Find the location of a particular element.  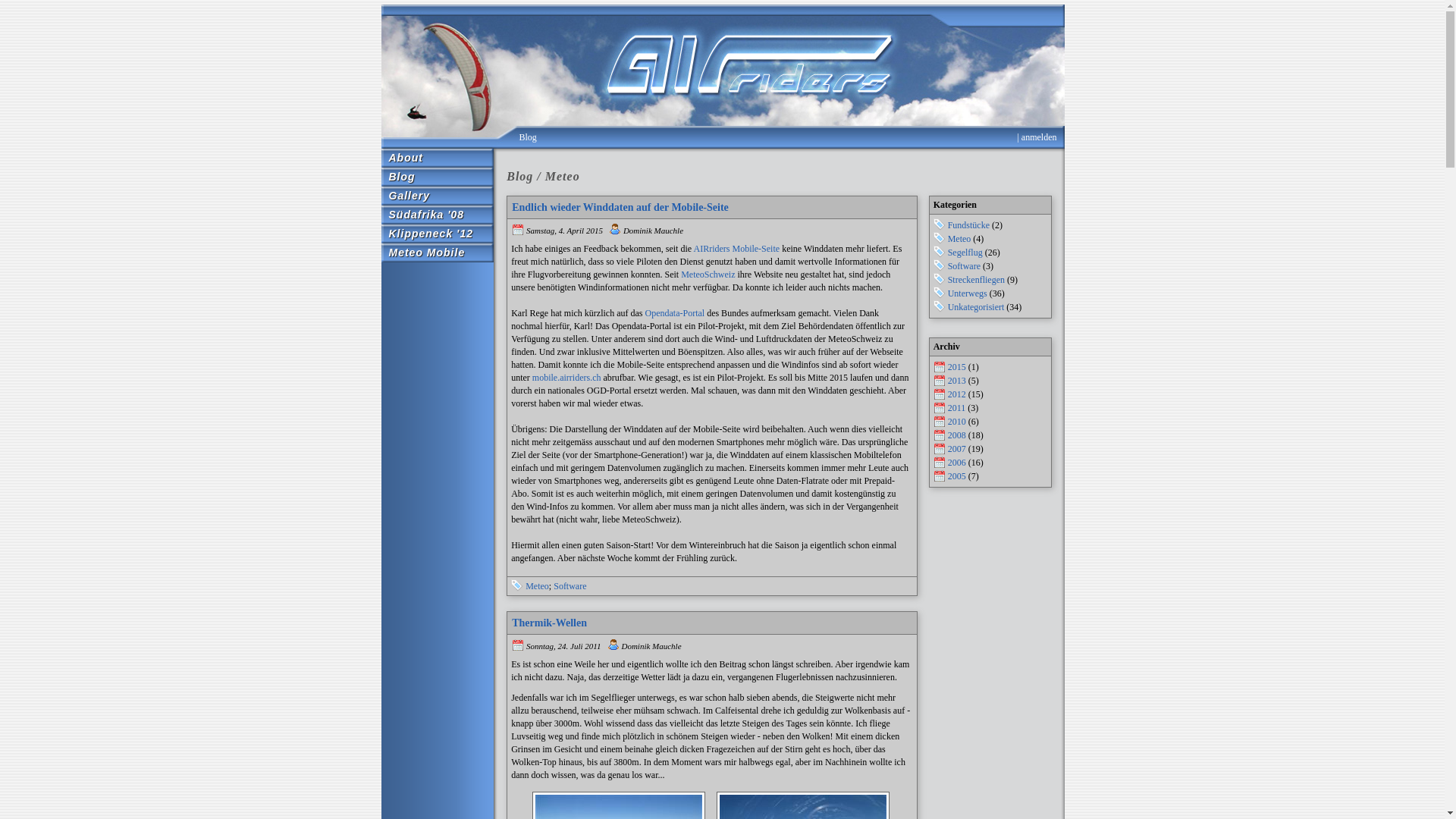

'2011' is located at coordinates (946, 406).